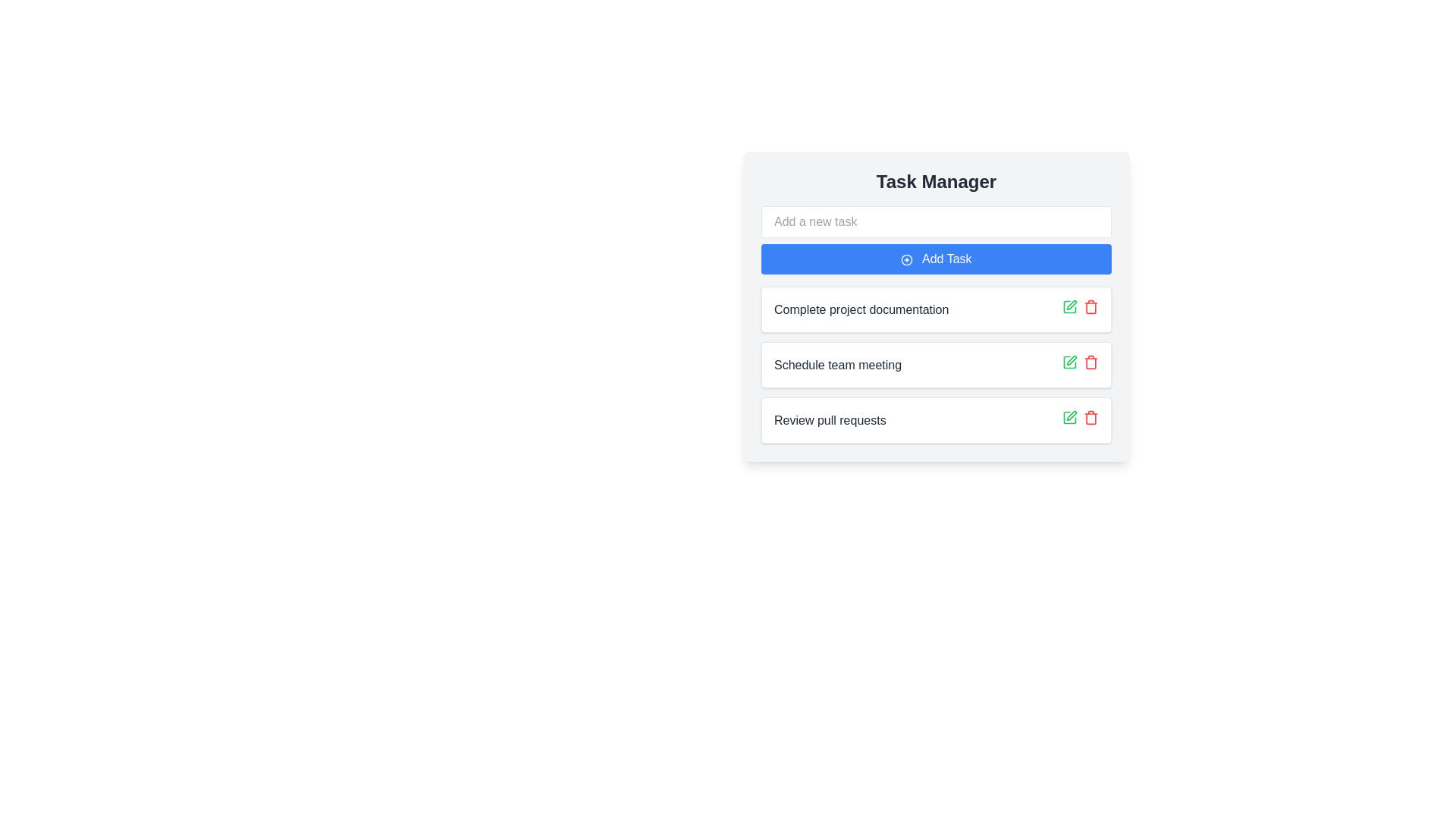 This screenshot has width=1456, height=819. I want to click on the green pen icon button located near the right side of the 'Review pull requests' task entry in the task manager, so click(1071, 416).